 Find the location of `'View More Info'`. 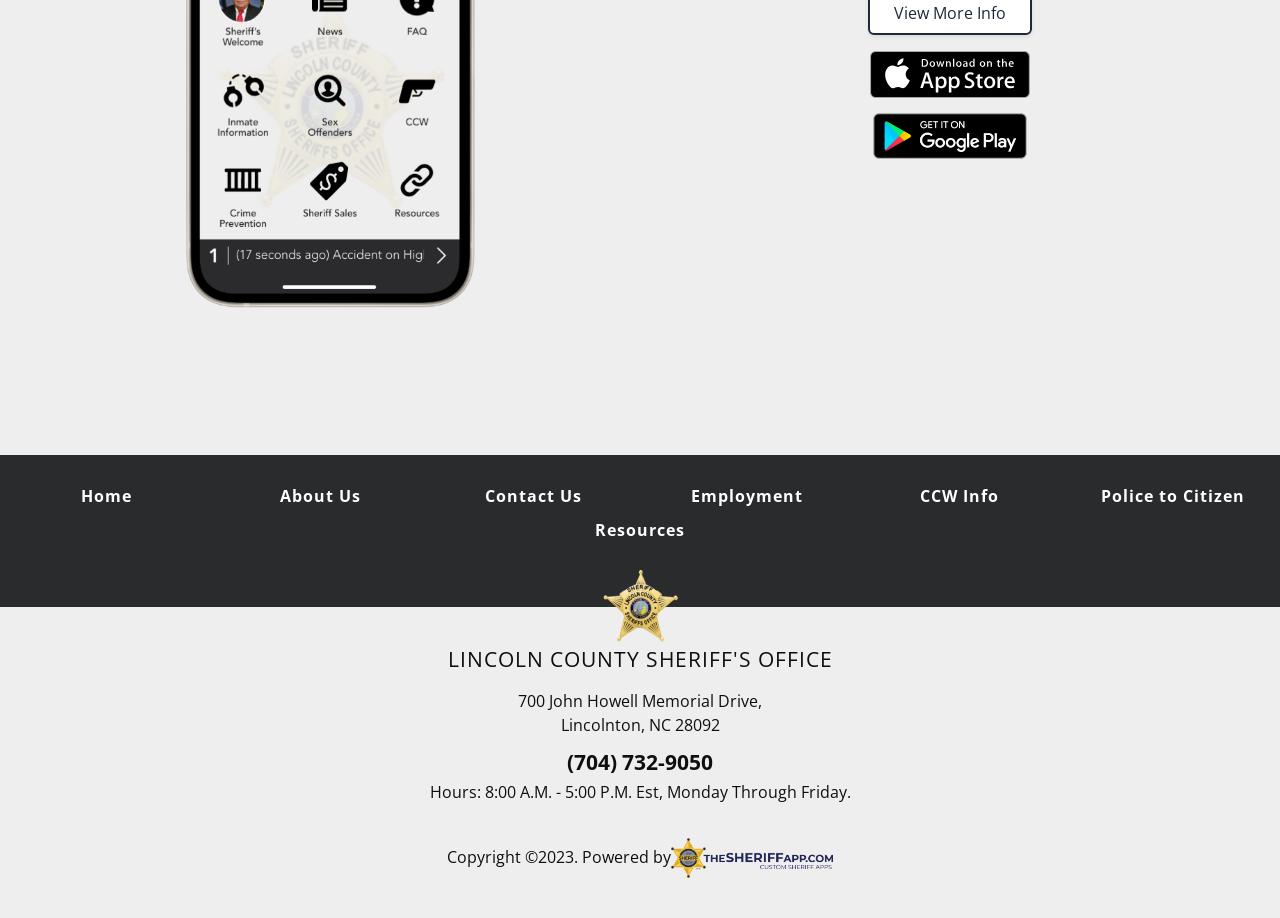

'View More Info' is located at coordinates (949, 12).